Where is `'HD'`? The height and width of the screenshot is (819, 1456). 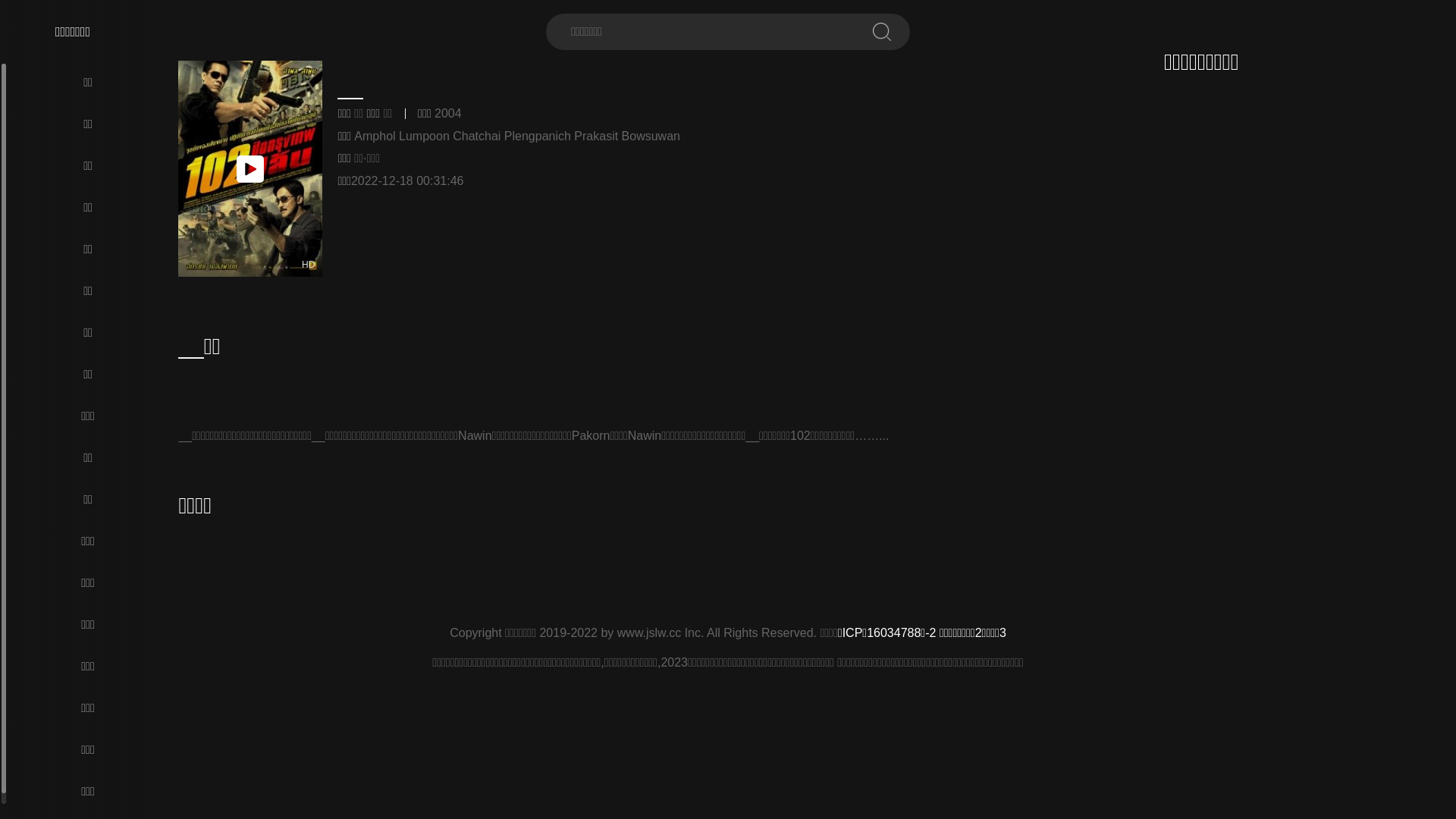 'HD' is located at coordinates (250, 168).